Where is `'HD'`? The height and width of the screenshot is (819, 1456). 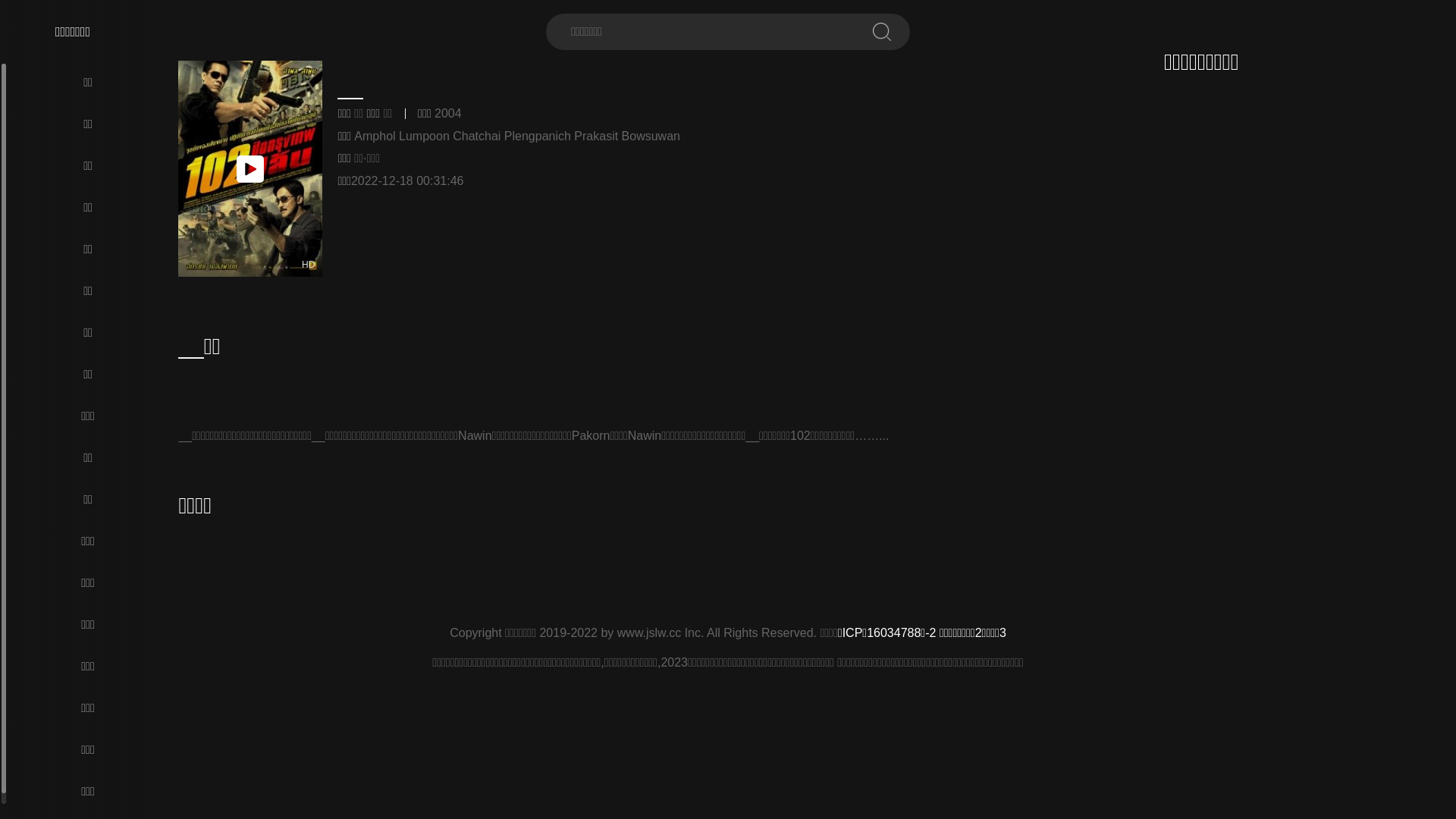 'HD' is located at coordinates (250, 168).